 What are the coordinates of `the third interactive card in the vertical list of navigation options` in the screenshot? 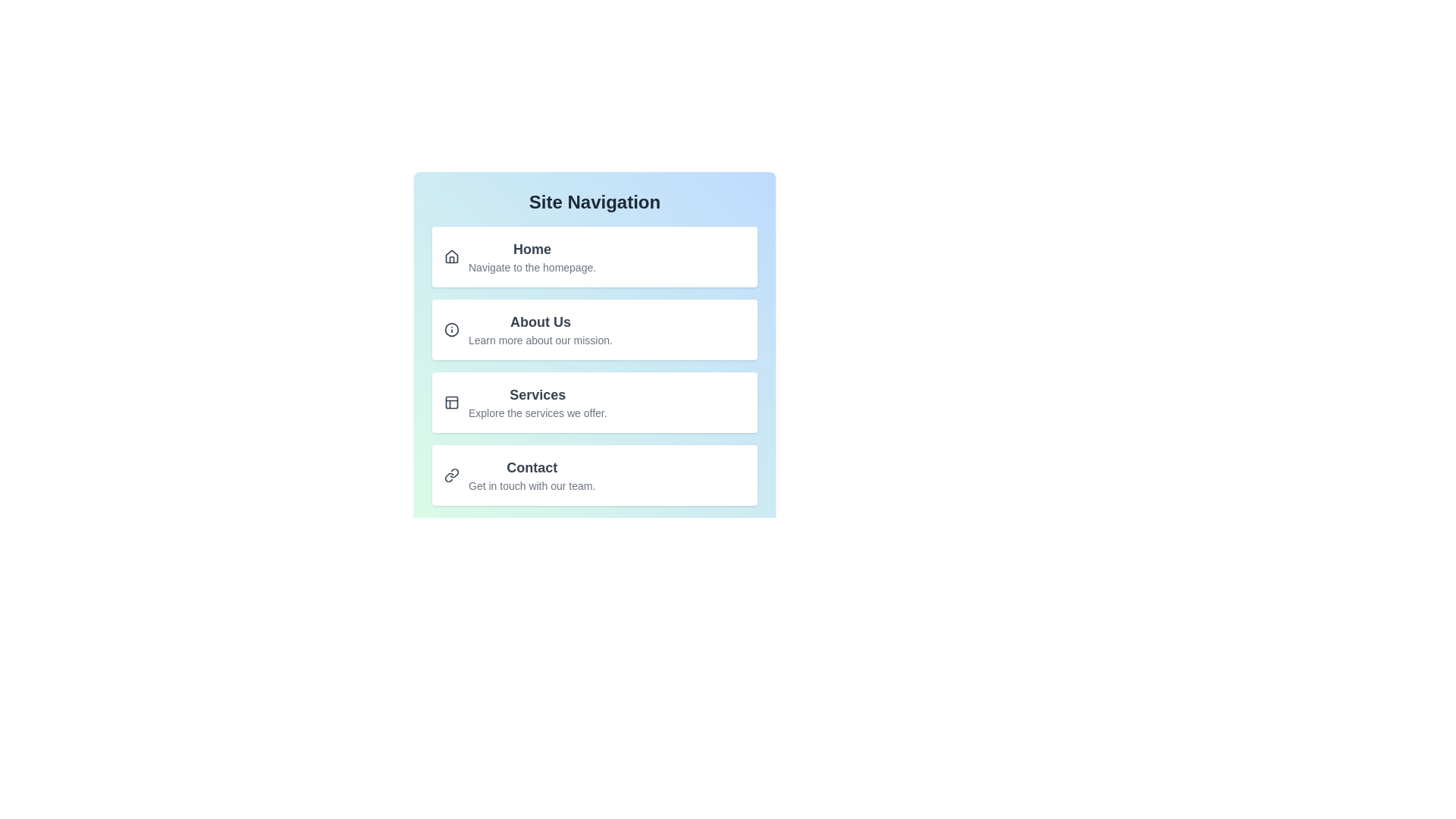 It's located at (594, 402).